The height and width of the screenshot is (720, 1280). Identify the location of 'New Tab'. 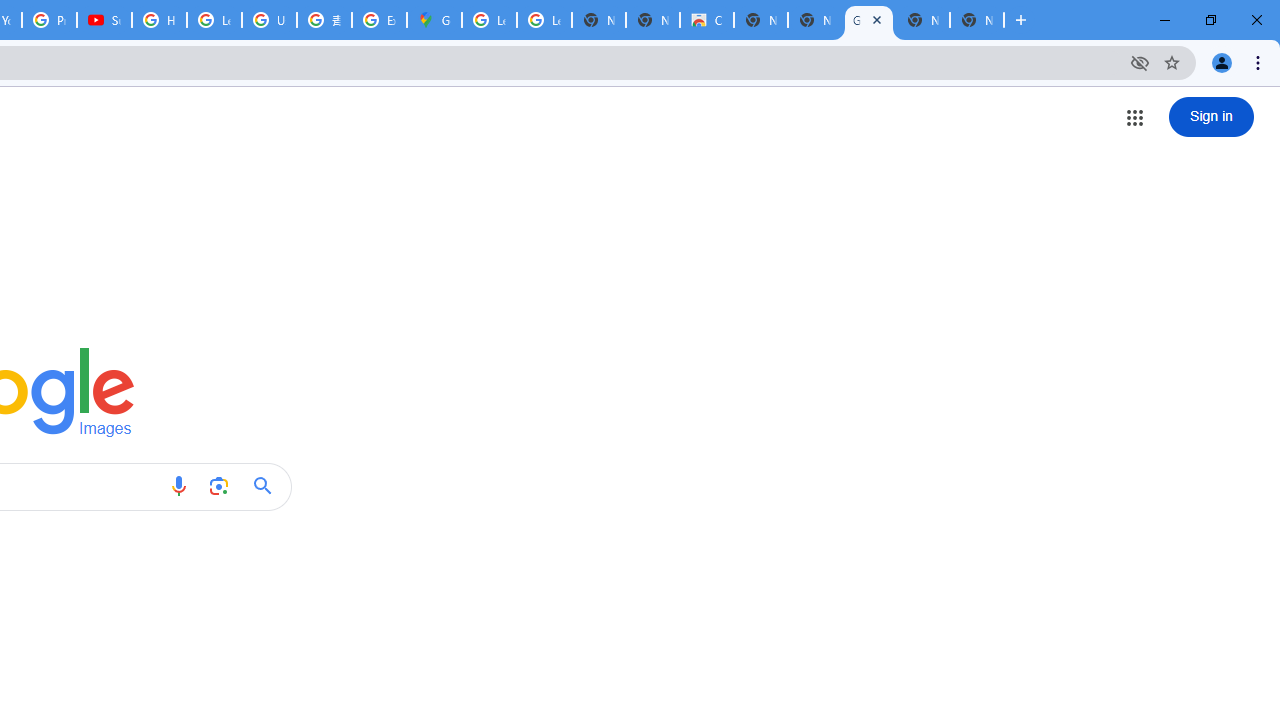
(976, 20).